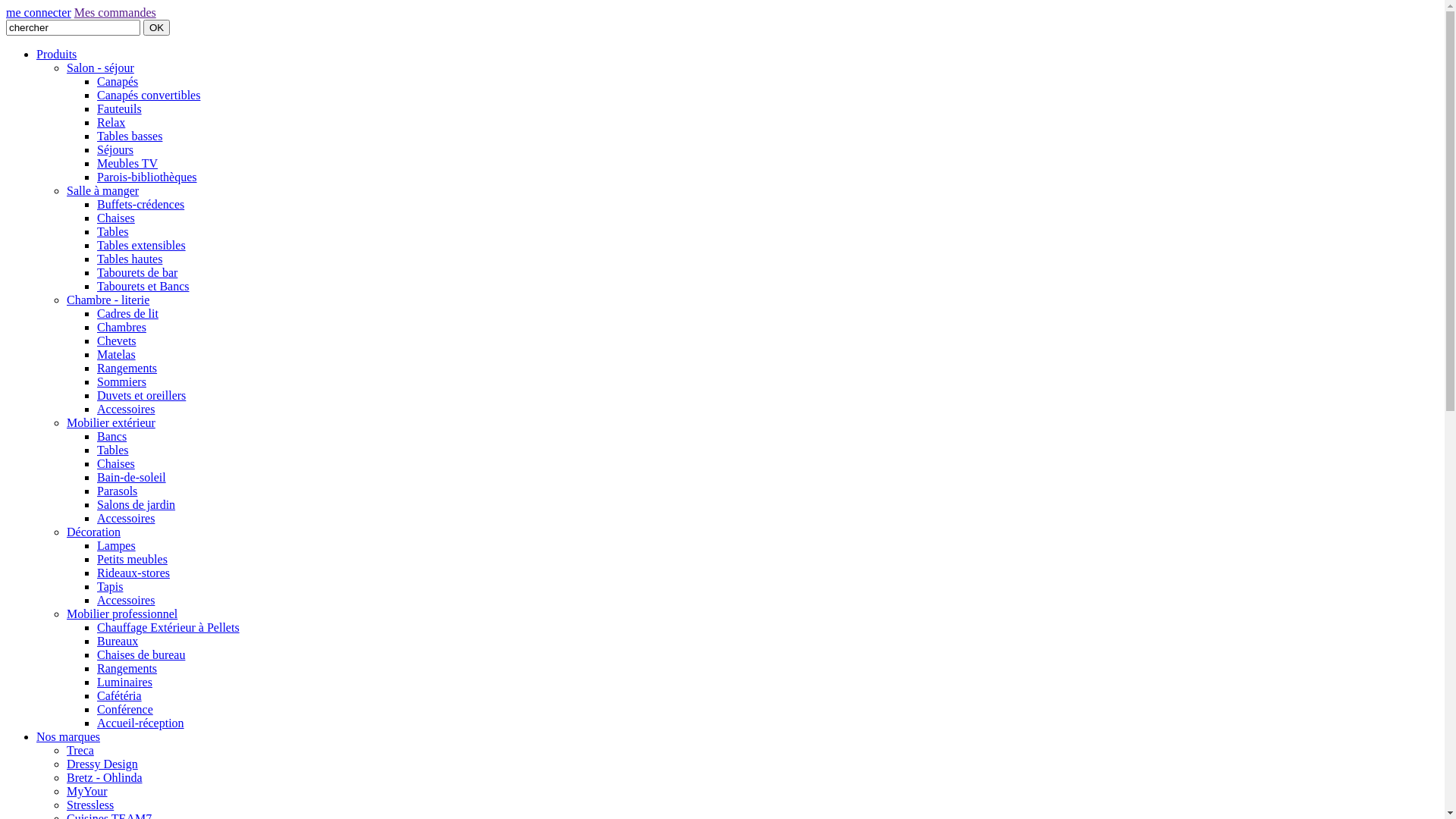  Describe the element at coordinates (156, 27) in the screenshot. I see `'OK'` at that location.